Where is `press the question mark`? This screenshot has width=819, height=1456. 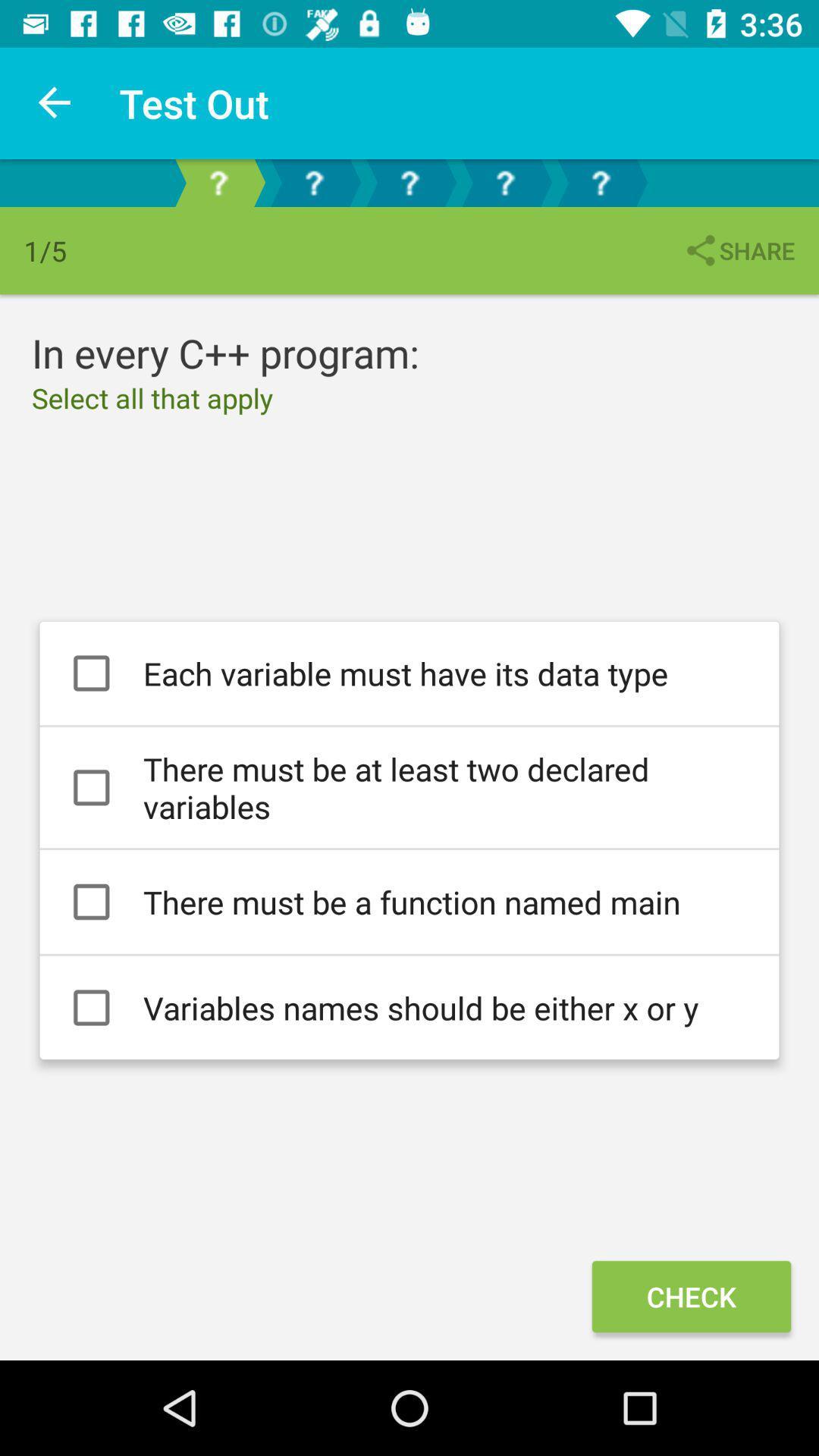 press the question mark is located at coordinates (505, 182).